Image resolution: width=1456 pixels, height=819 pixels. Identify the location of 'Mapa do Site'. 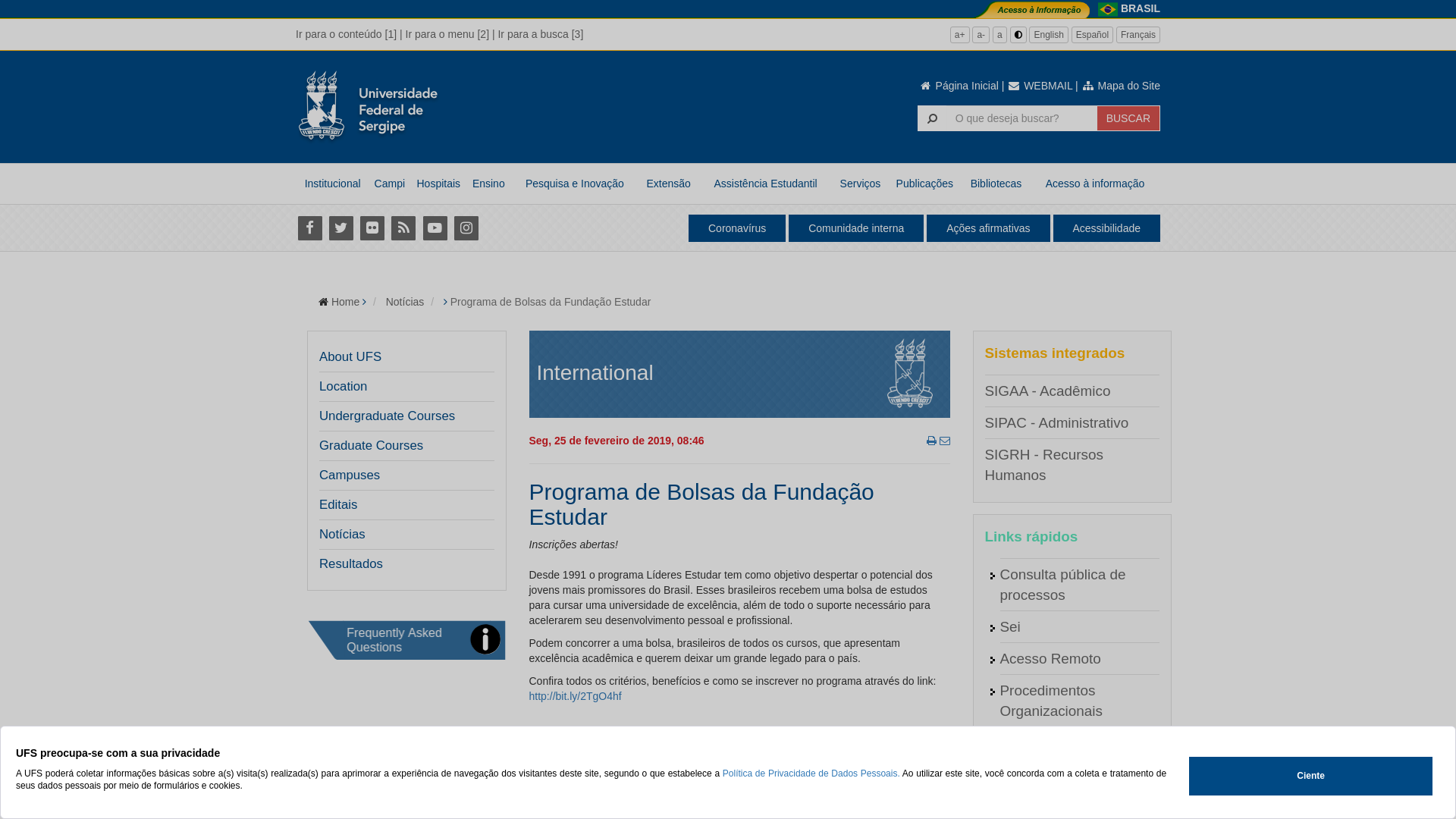
(1121, 85).